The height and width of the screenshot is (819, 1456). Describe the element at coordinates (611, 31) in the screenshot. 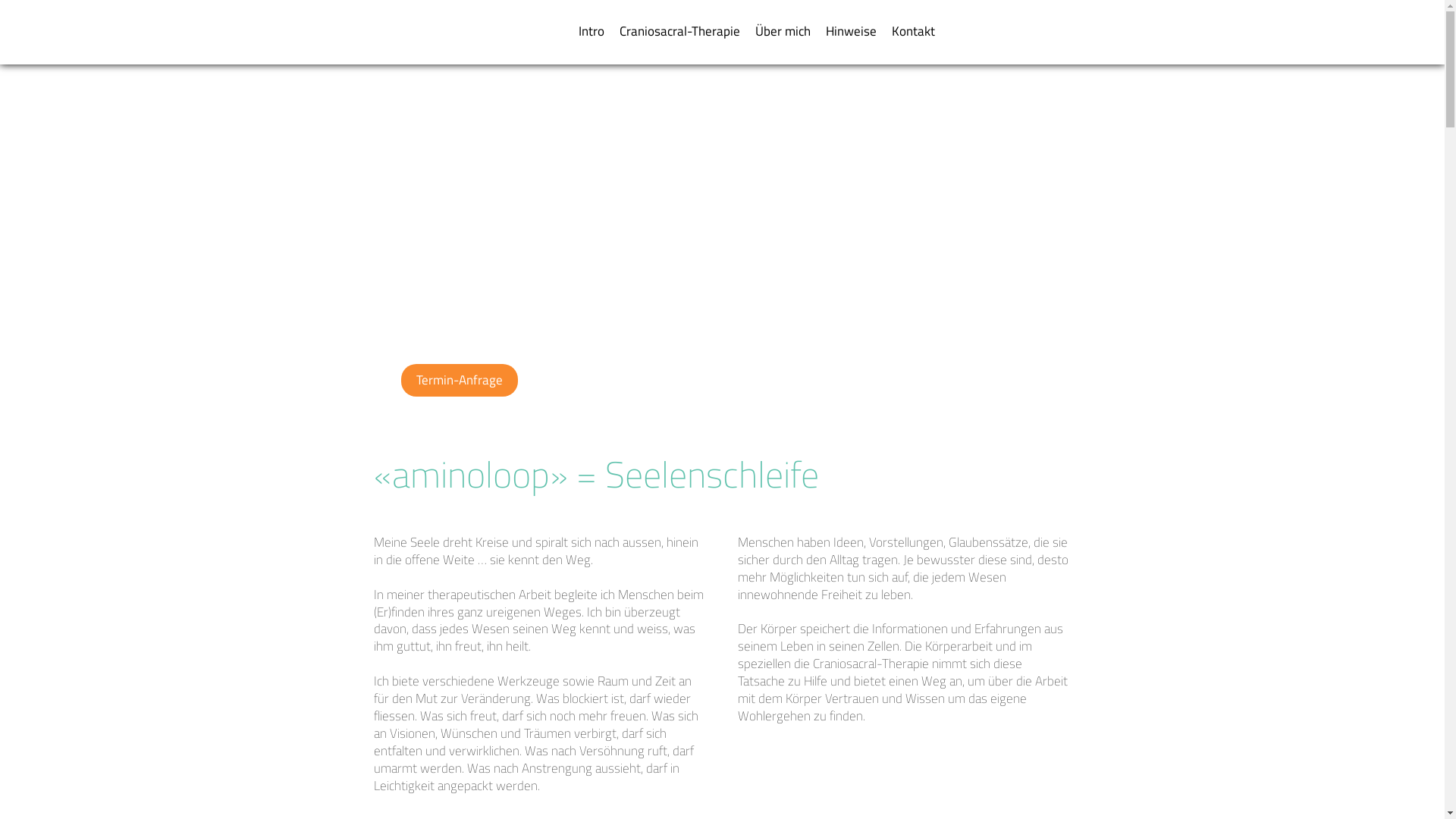

I see `'Craniosacral-Therapie'` at that location.